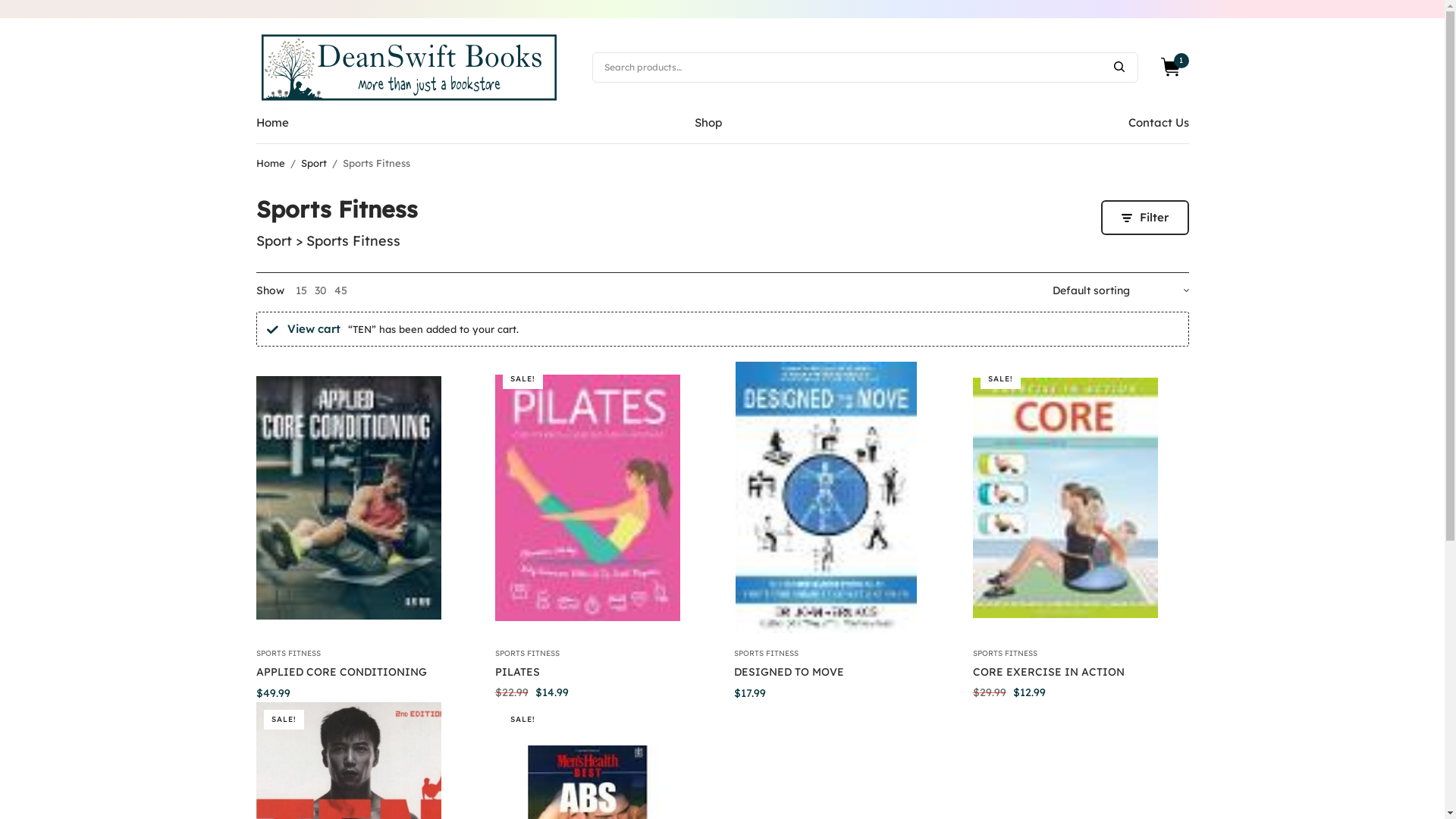  I want to click on 'DESIGNED TO MOVE', so click(789, 671).